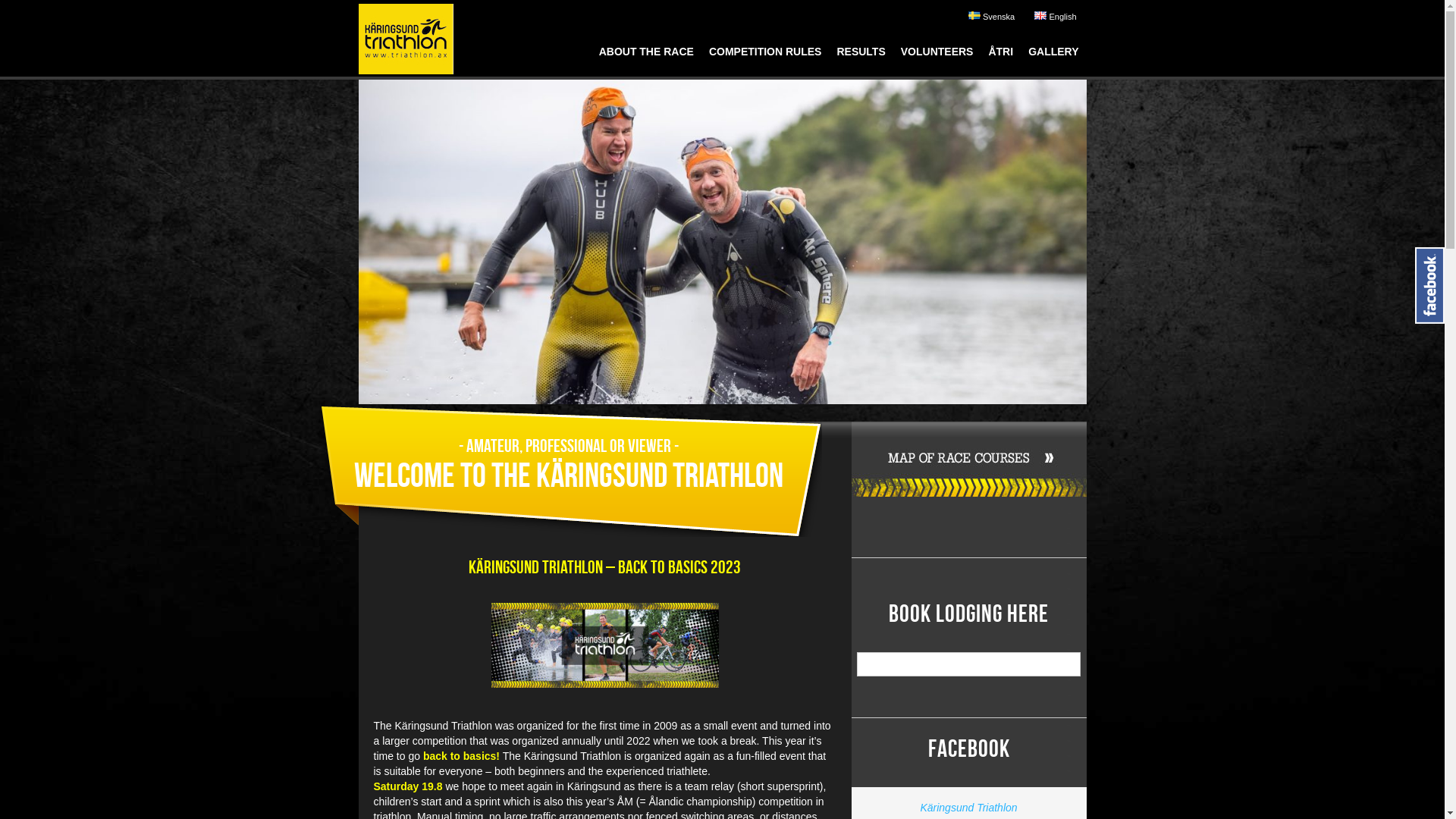 Image resolution: width=1456 pixels, height=819 pixels. What do you see at coordinates (937, 55) in the screenshot?
I see `'VOLUNTEERS'` at bounding box center [937, 55].